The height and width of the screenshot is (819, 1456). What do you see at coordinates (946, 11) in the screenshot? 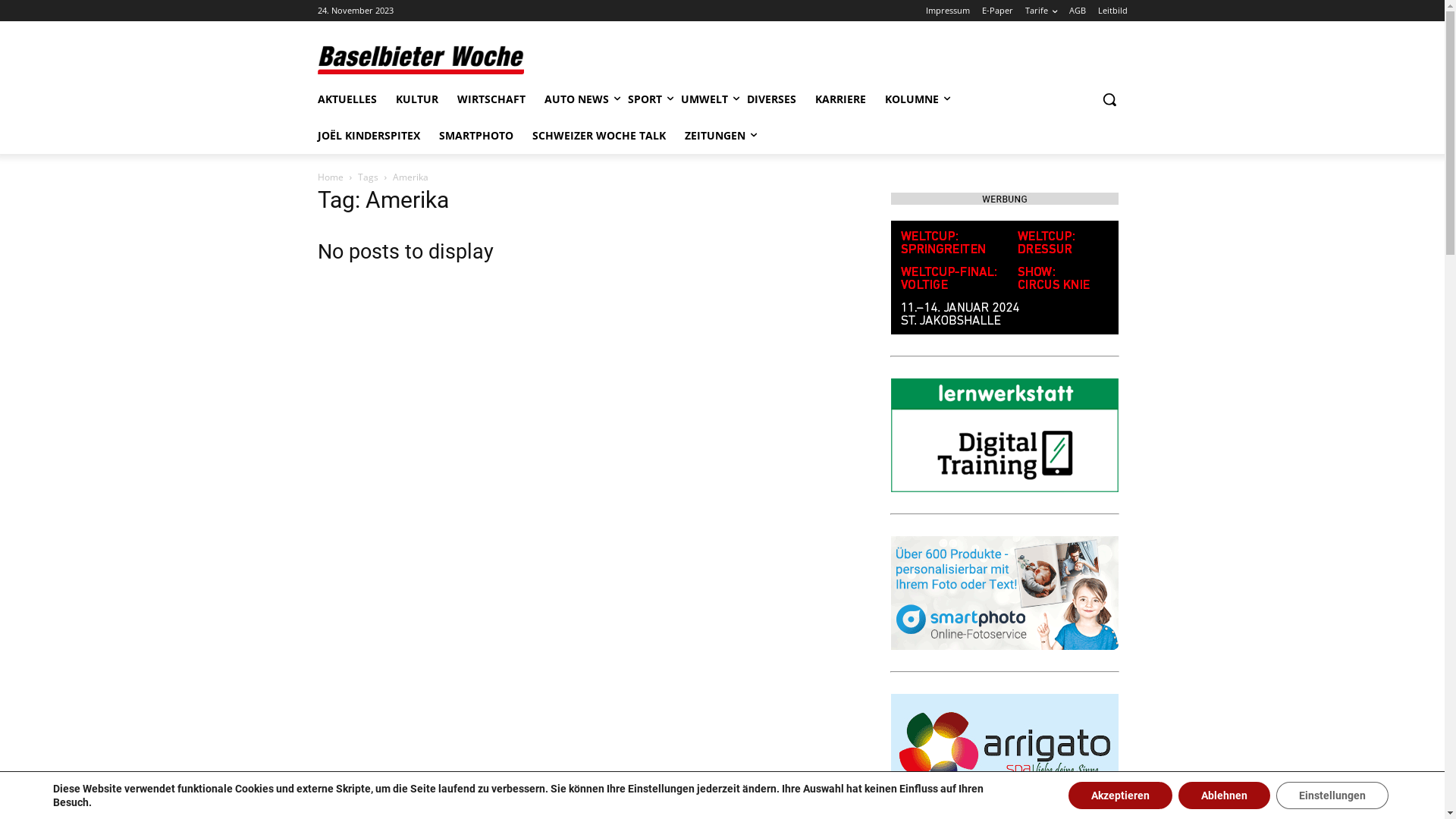
I see `'Impressum'` at bounding box center [946, 11].